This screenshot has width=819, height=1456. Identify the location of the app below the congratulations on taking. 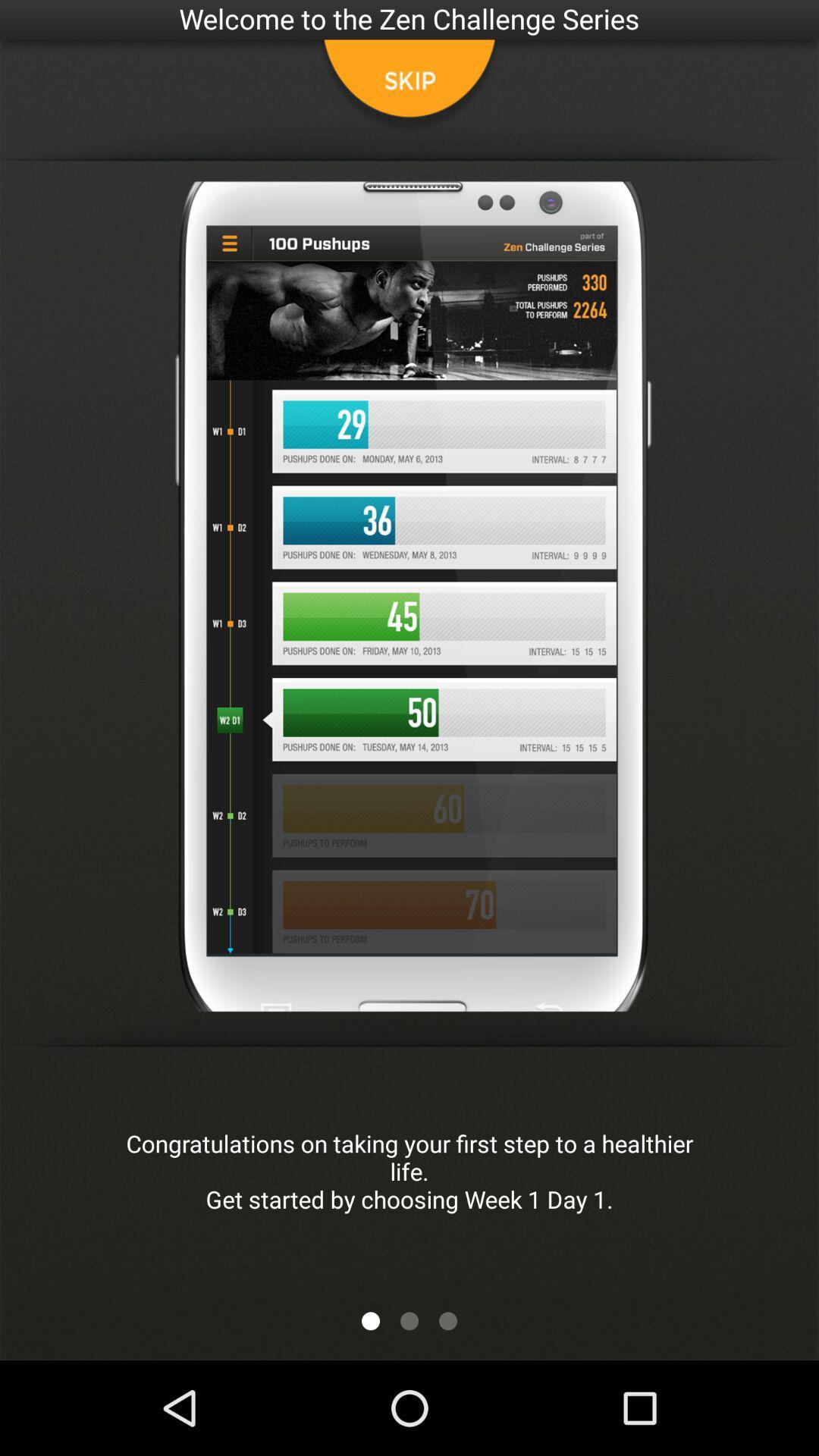
(447, 1320).